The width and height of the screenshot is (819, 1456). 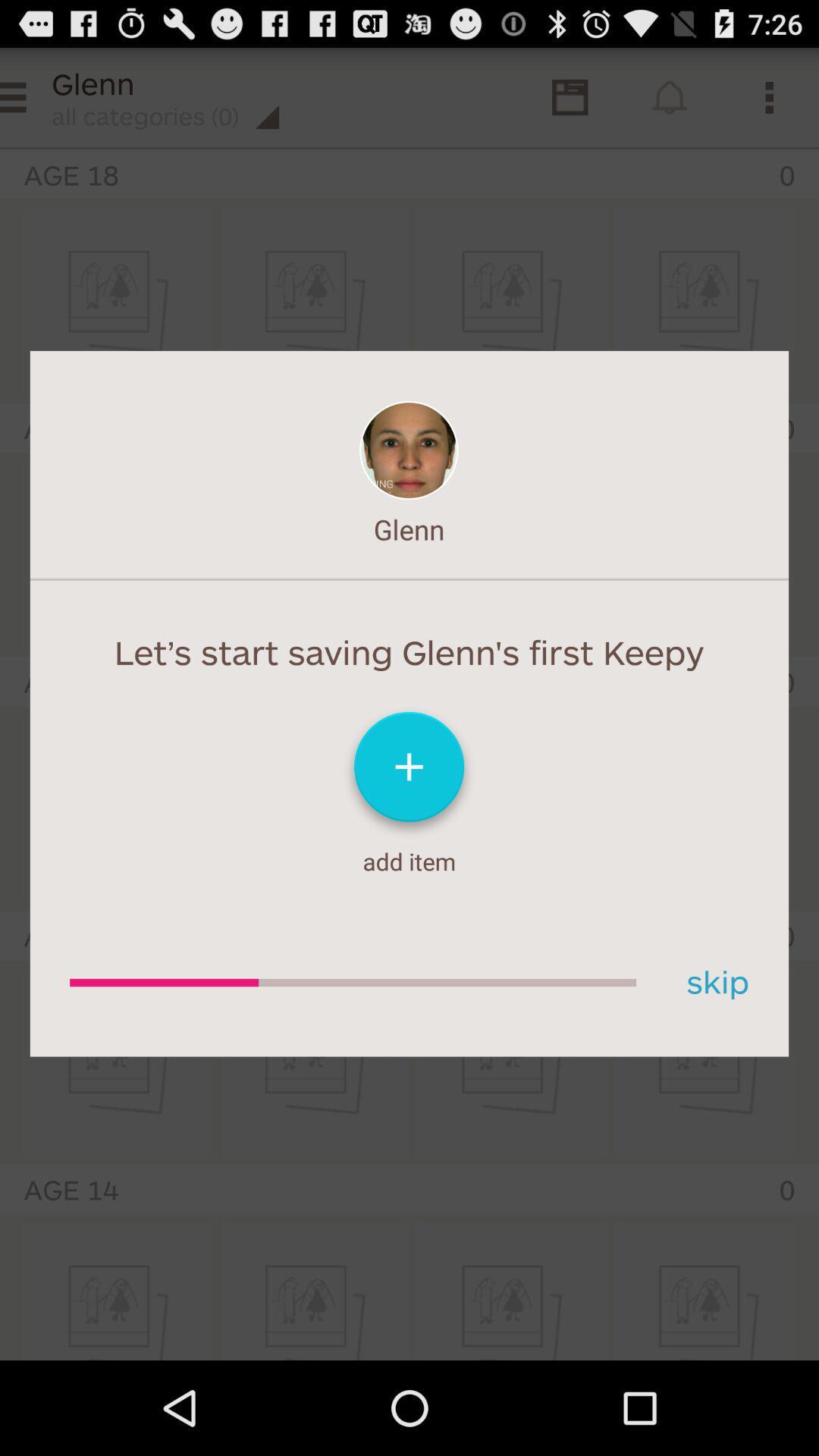 What do you see at coordinates (409, 827) in the screenshot?
I see `the add icon` at bounding box center [409, 827].